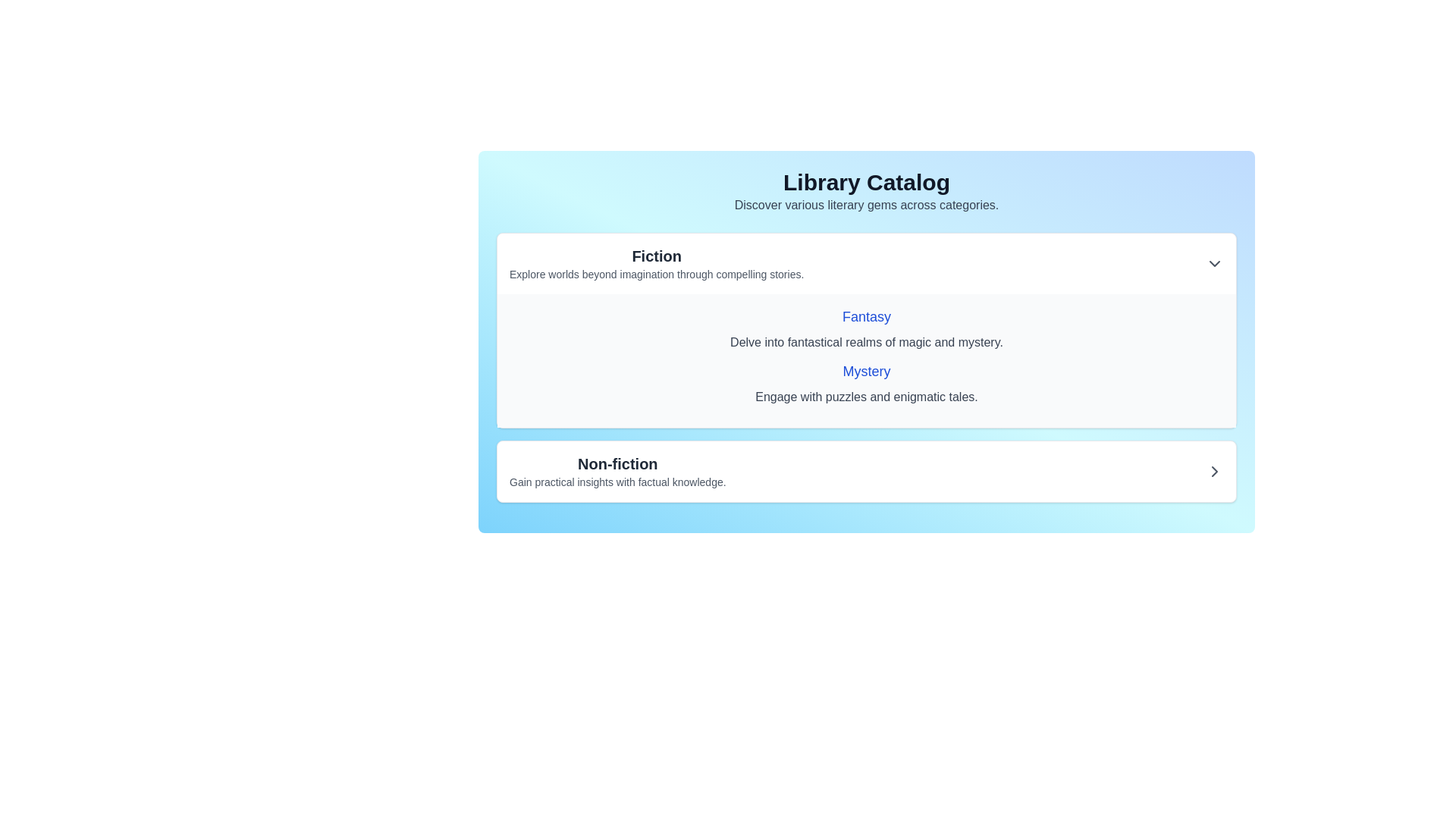 The width and height of the screenshot is (1456, 819). Describe the element at coordinates (657, 275) in the screenshot. I see `descriptive text snippet 'Explore worlds beyond imagination through compelling stories.' located below the bold 'Fiction' heading in the library catalog interface` at that location.